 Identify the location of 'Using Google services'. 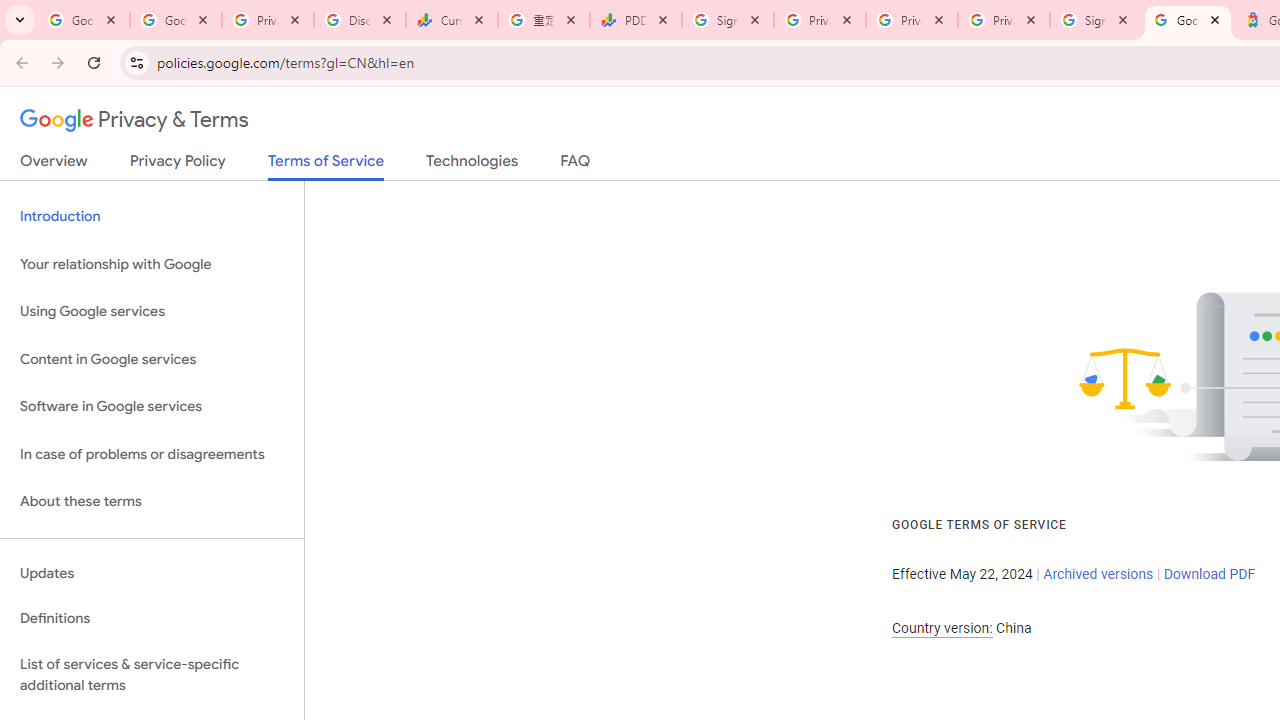
(151, 312).